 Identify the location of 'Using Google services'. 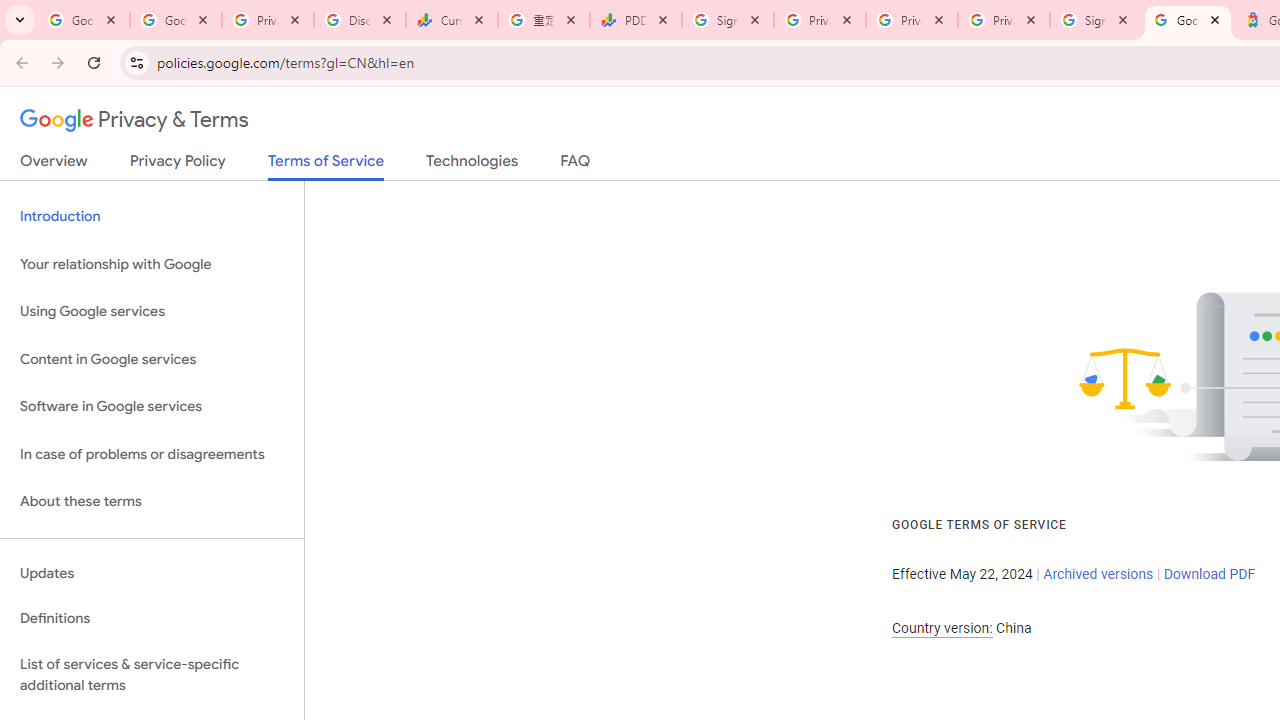
(151, 312).